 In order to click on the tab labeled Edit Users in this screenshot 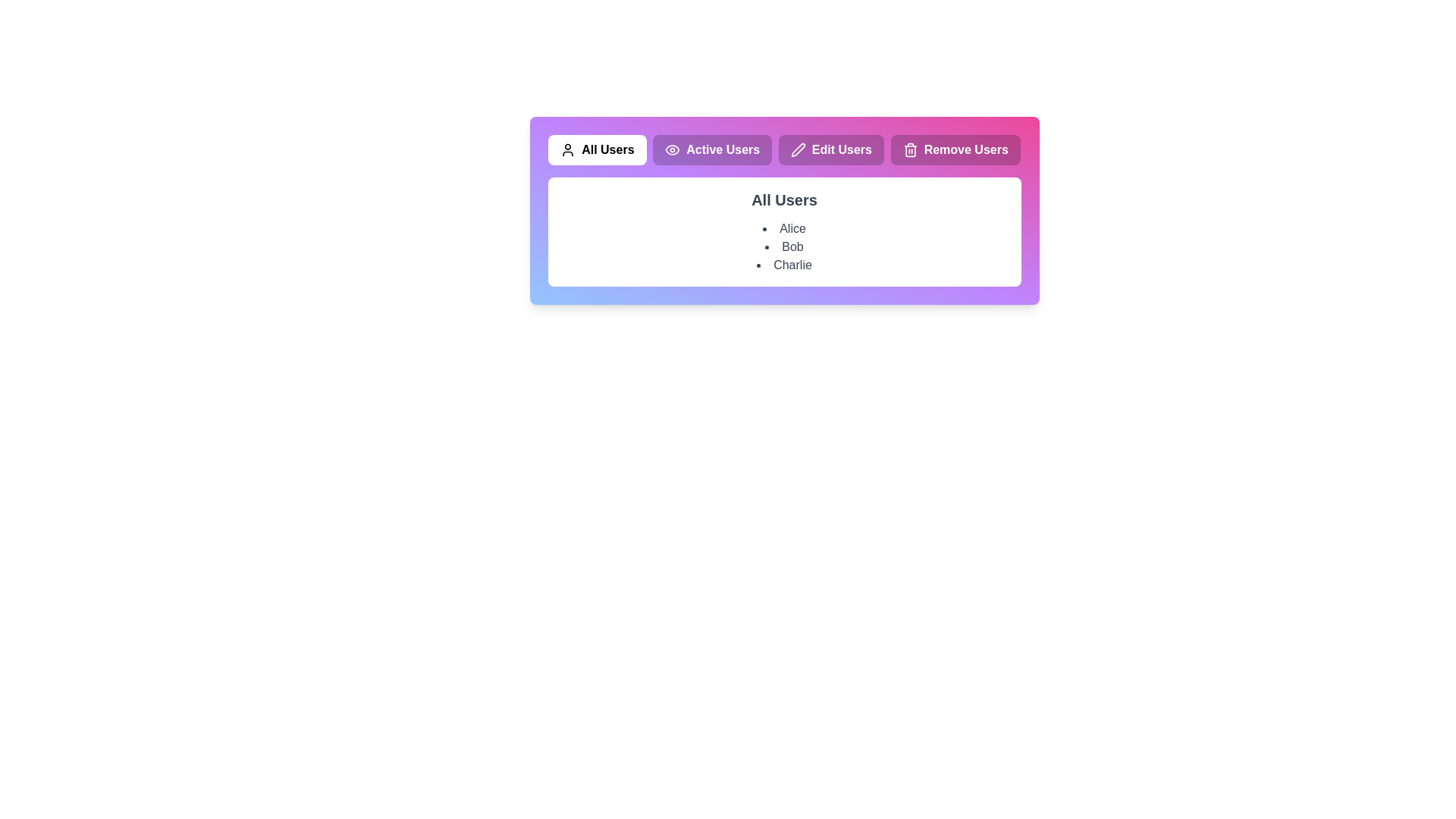, I will do `click(830, 149)`.